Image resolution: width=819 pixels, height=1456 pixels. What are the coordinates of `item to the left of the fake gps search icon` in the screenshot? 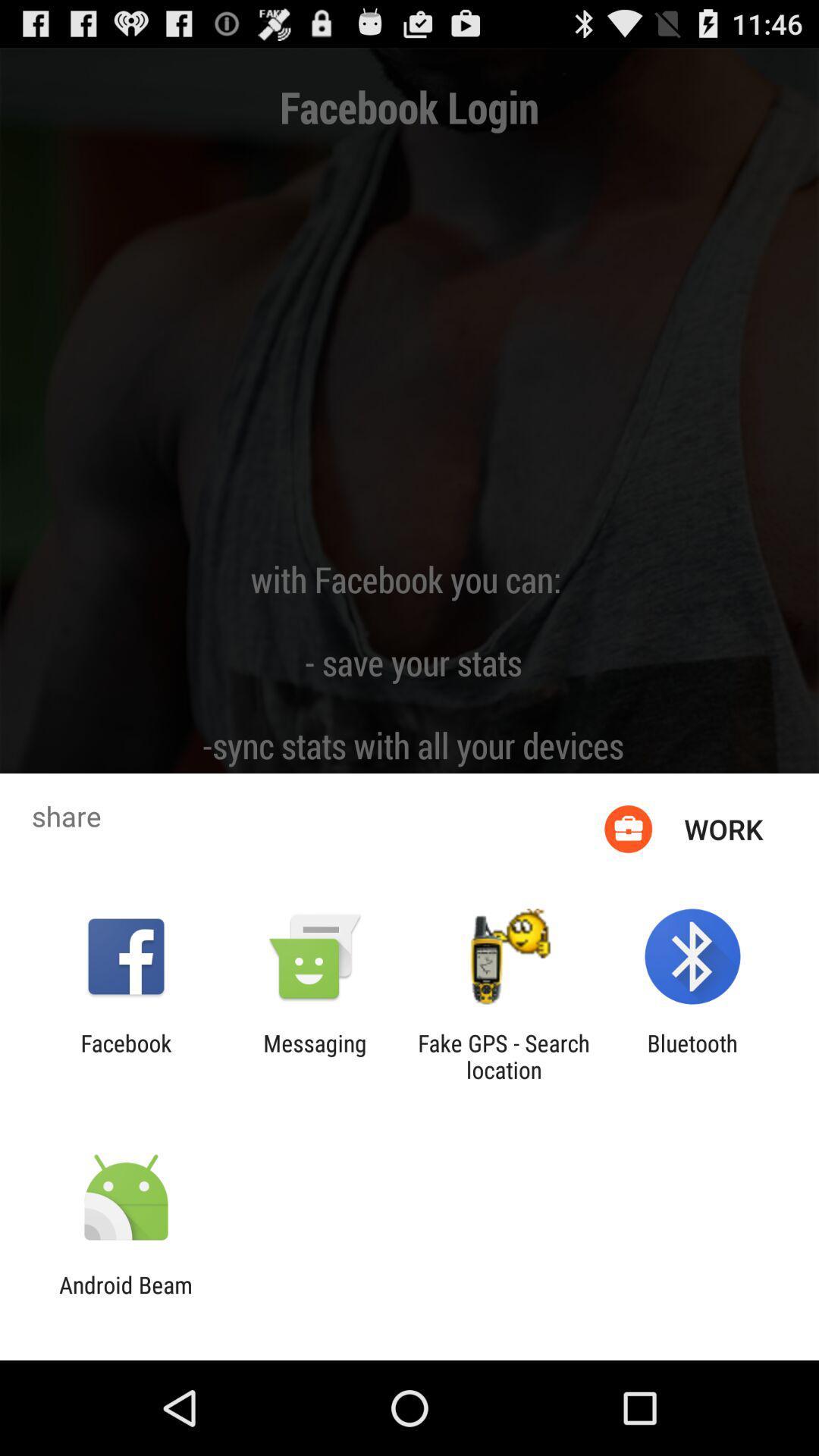 It's located at (314, 1056).